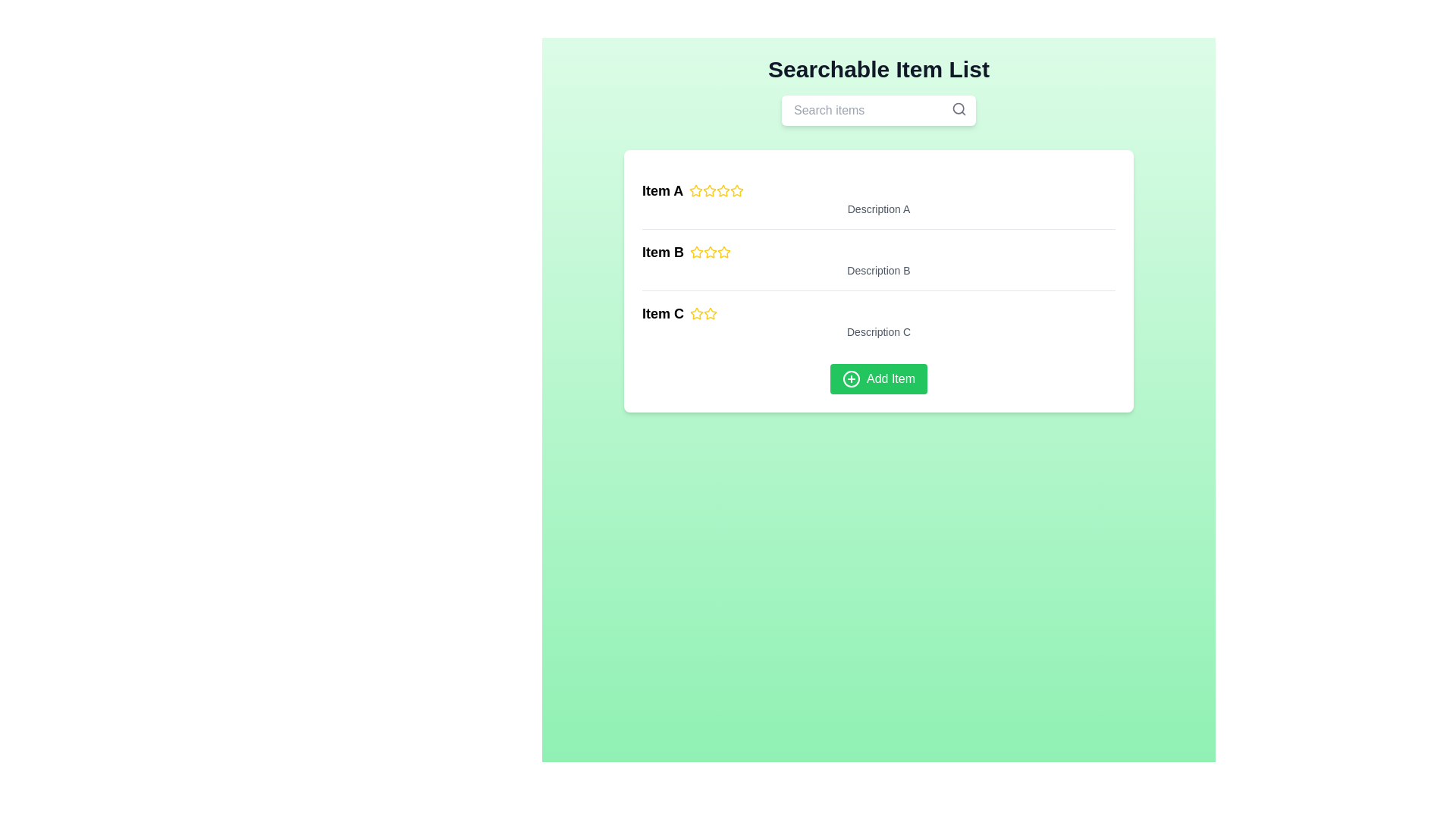  Describe the element at coordinates (878, 281) in the screenshot. I see `the Text Display element that shows information about 'Item B', which is the second item in the list and located centrally under the header` at that location.